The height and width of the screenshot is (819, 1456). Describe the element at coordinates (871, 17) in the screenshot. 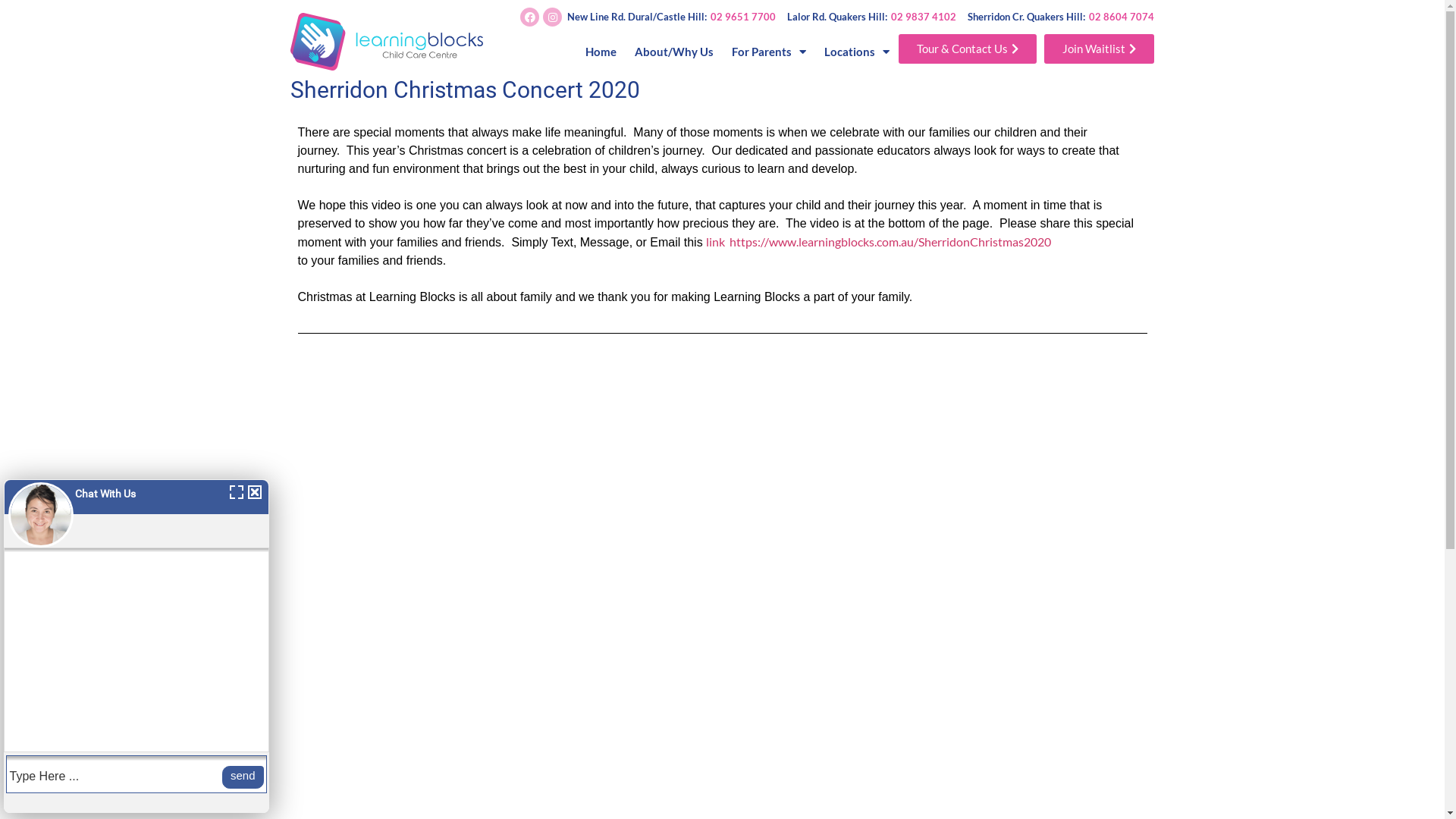

I see `'Lalor Rd. Quakers Hill:` at that location.